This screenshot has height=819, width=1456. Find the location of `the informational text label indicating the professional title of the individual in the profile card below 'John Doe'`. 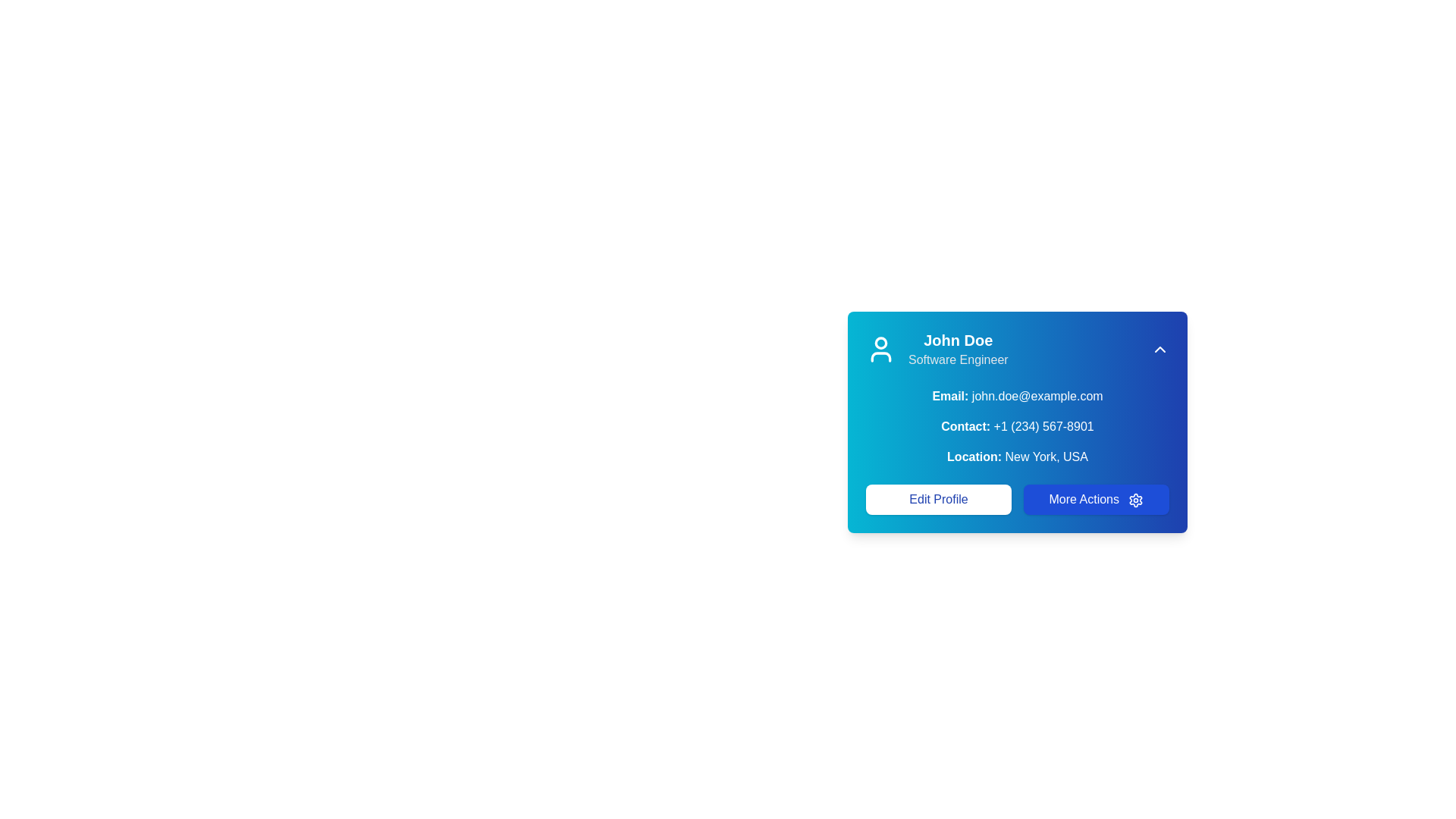

the informational text label indicating the professional title of the individual in the profile card below 'John Doe' is located at coordinates (957, 359).